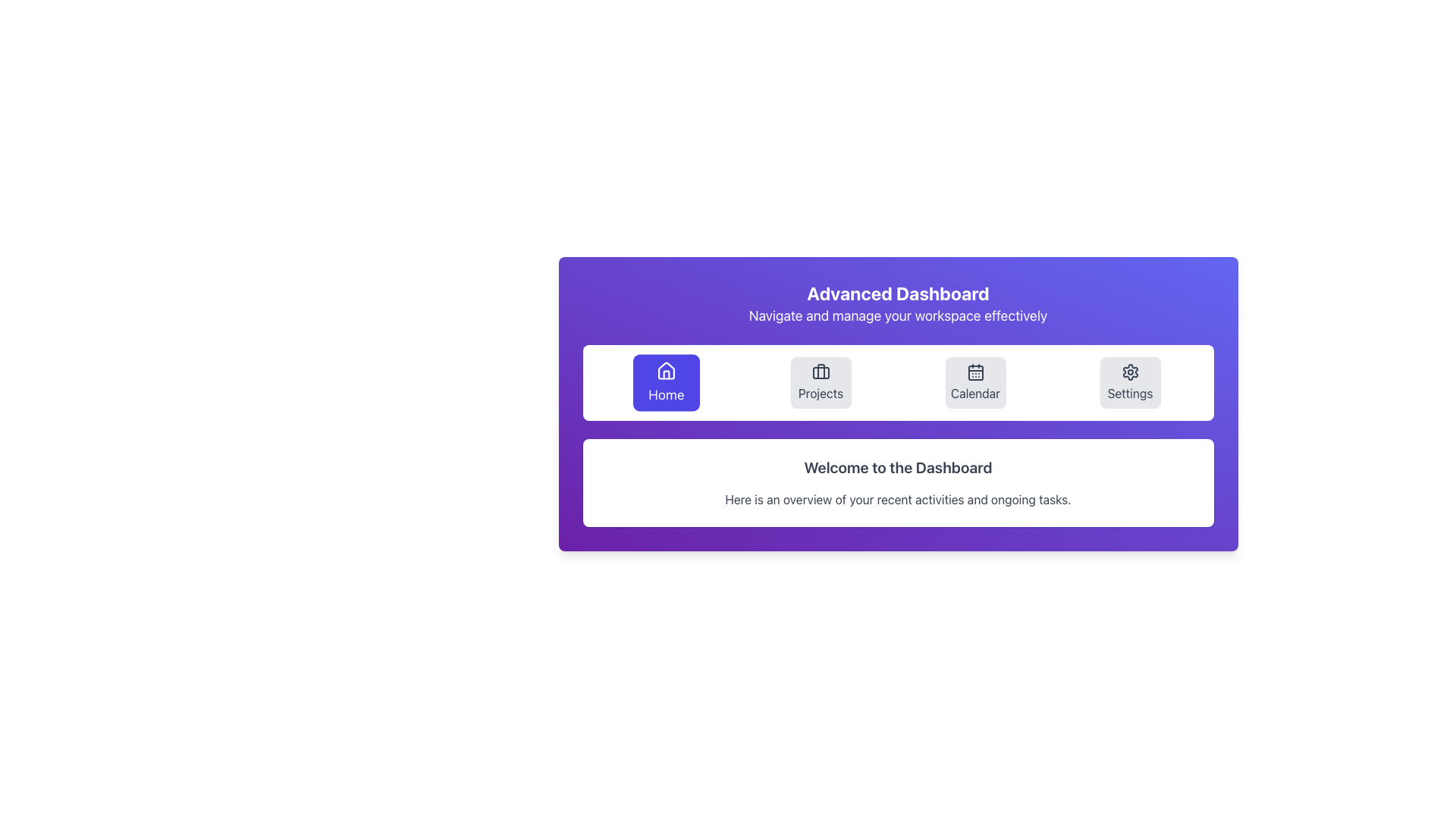 This screenshot has width=1456, height=819. Describe the element at coordinates (975, 372) in the screenshot. I see `the calendar icon located within the 'Calendar' button, which is the third option in the row of four buttons under the 'Advanced Dashboard' header` at that location.